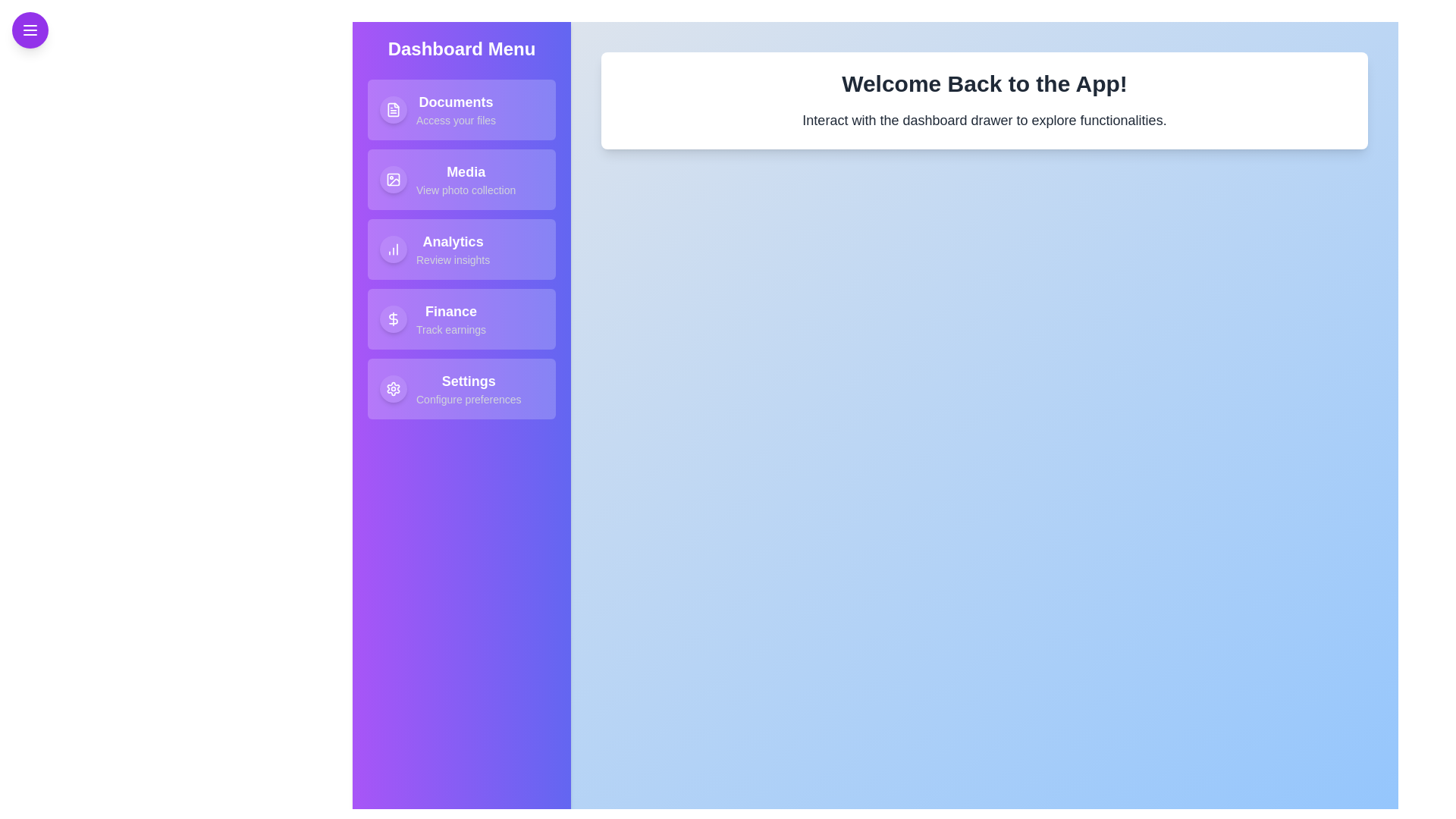 The width and height of the screenshot is (1456, 819). Describe the element at coordinates (461, 109) in the screenshot. I see `the Documents item in the drawer to access its functionality` at that location.